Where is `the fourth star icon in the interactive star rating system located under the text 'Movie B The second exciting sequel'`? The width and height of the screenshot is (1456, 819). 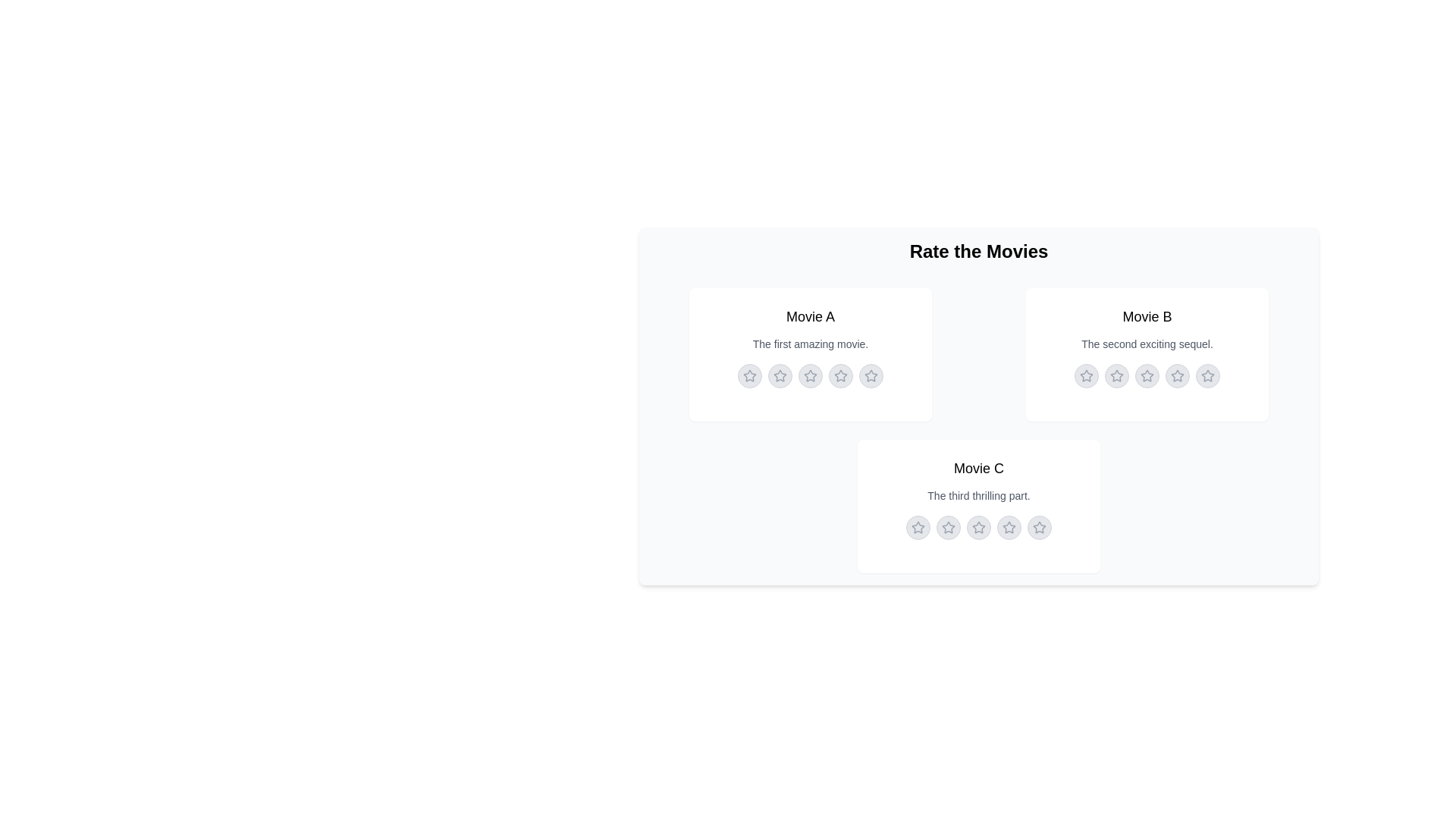 the fourth star icon in the interactive star rating system located under the text 'Movie B The second exciting sequel' is located at coordinates (1177, 375).